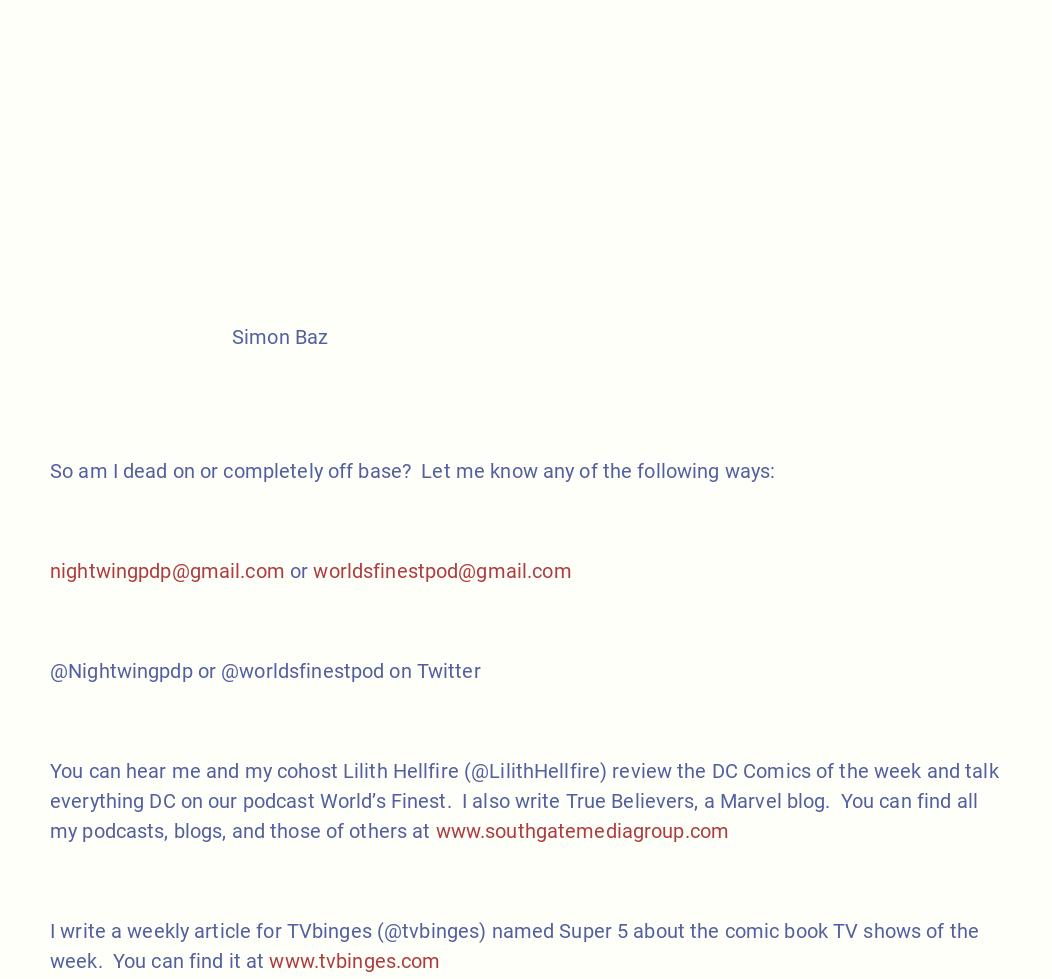 Image resolution: width=1052 pixels, height=979 pixels. I want to click on 'So am I dead on or completely off base?  Let me know any of the following ways:', so click(411, 470).